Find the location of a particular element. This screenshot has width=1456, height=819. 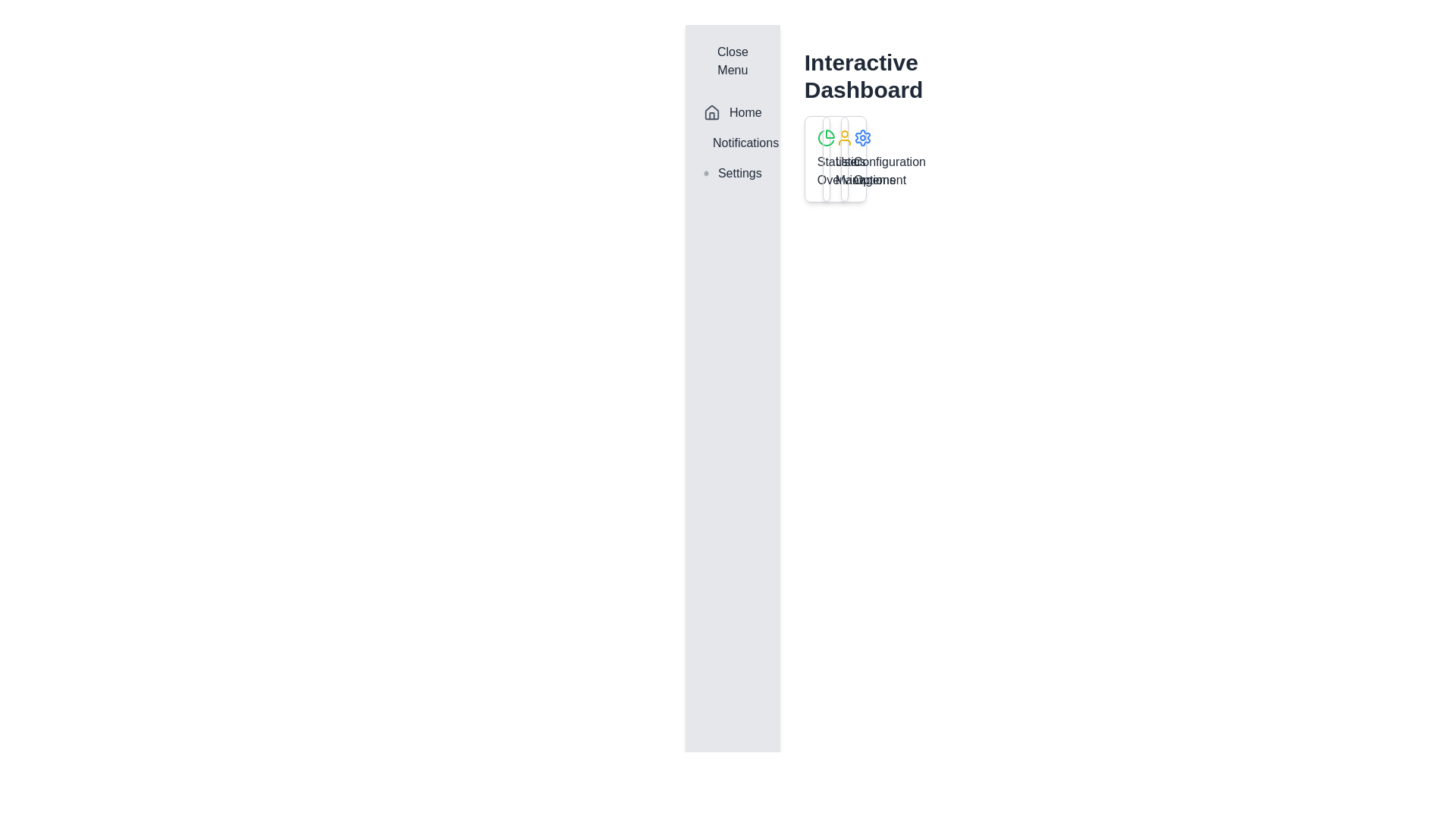

the user icon located at the top-right section of the 'User Management' card for visual feedback is located at coordinates (843, 137).